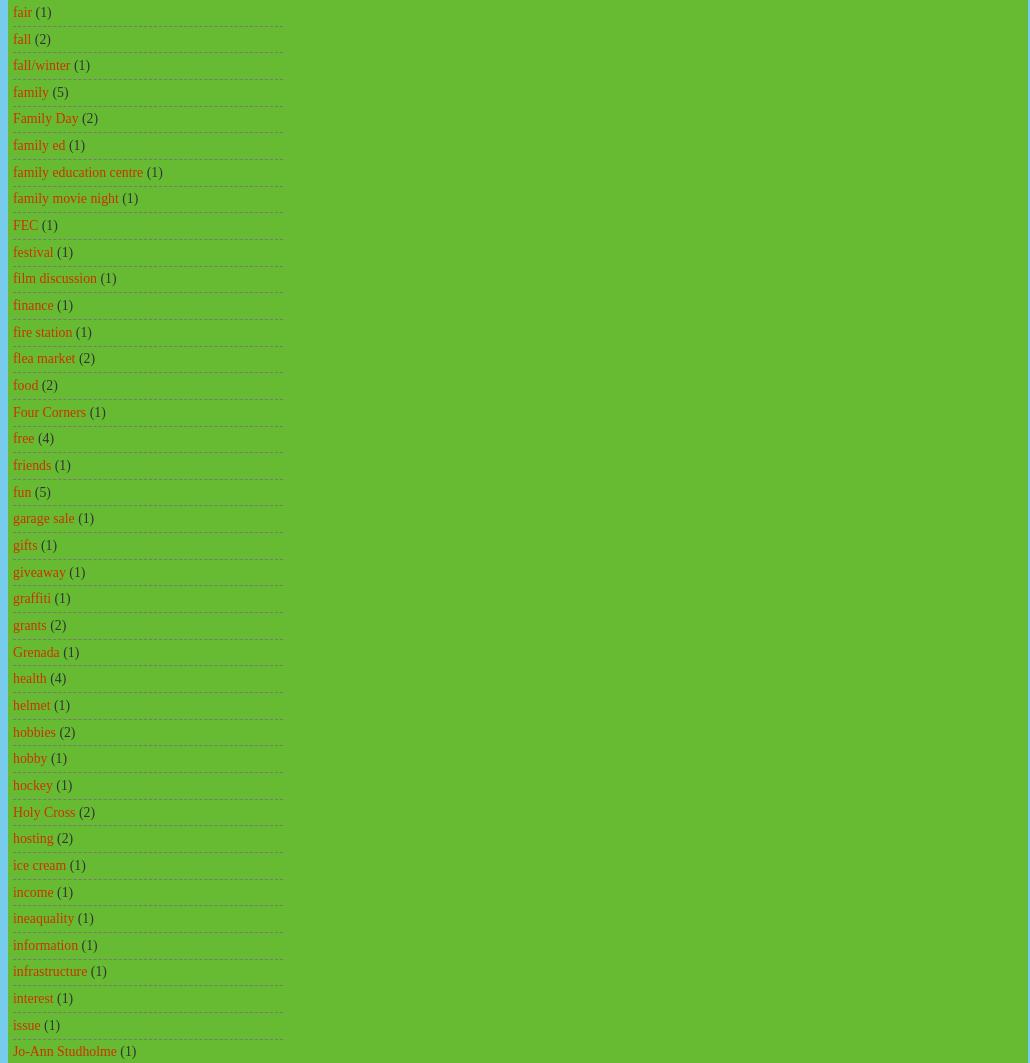  What do you see at coordinates (12, 118) in the screenshot?
I see `'Family Day'` at bounding box center [12, 118].